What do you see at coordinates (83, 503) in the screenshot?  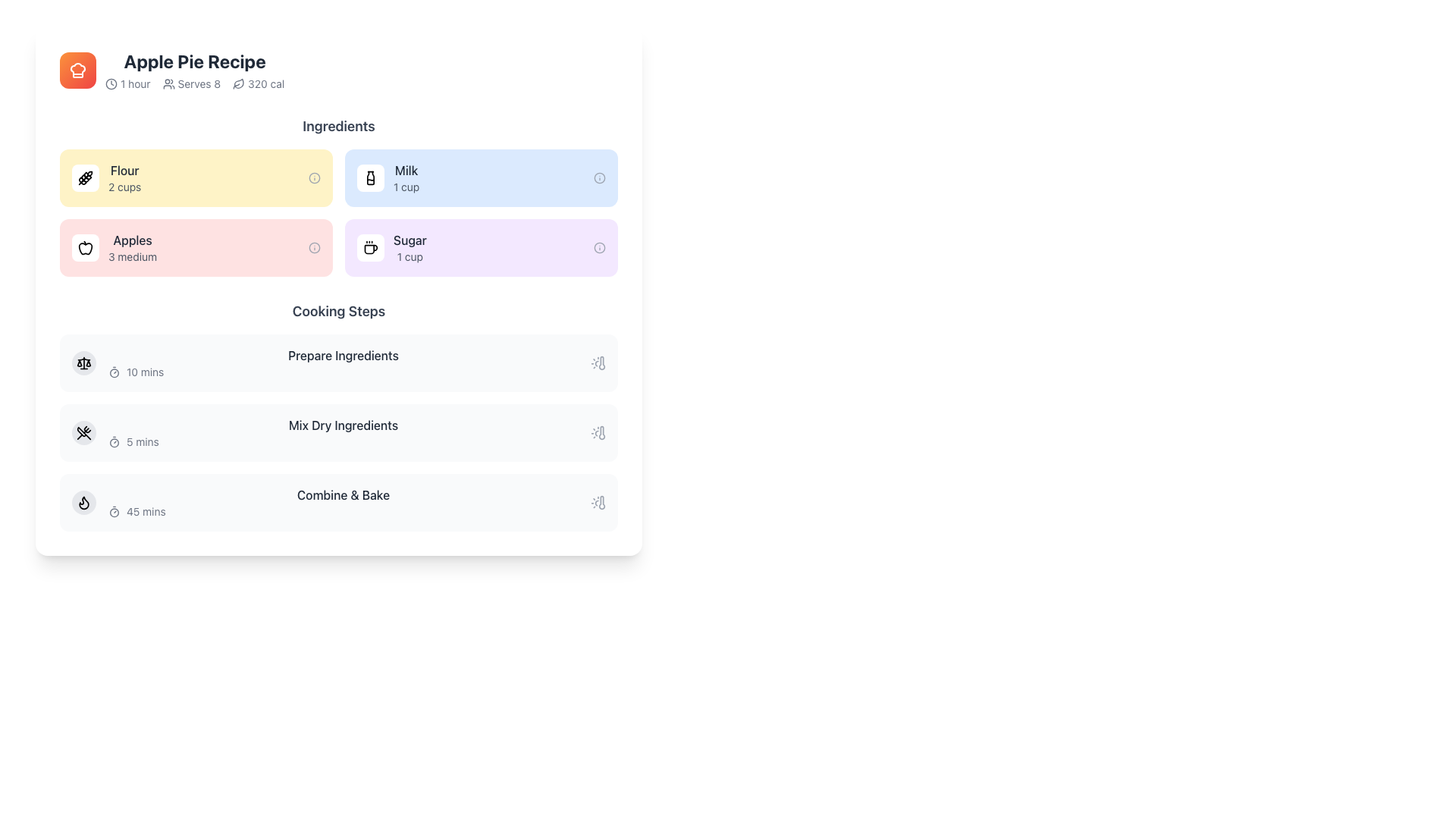 I see `the flame icon within a circular boundary located at the bottom of the 'Cooking Steps' section, specifically in the 'Combine & Bake' step` at bounding box center [83, 503].